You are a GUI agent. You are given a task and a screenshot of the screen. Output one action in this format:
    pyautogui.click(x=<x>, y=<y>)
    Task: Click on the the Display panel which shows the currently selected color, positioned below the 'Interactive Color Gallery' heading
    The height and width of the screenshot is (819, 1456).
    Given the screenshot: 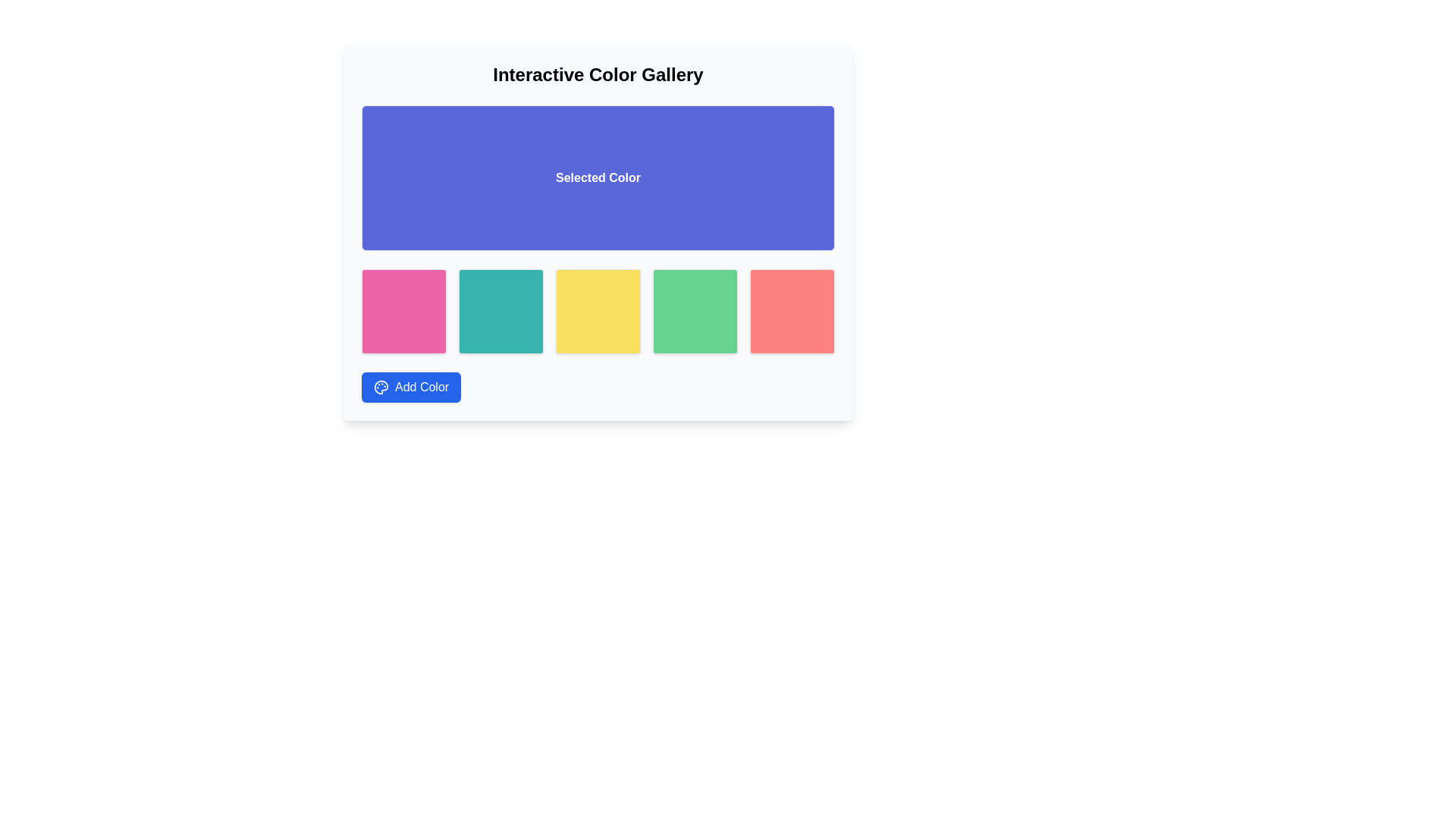 What is the action you would take?
    pyautogui.click(x=597, y=177)
    